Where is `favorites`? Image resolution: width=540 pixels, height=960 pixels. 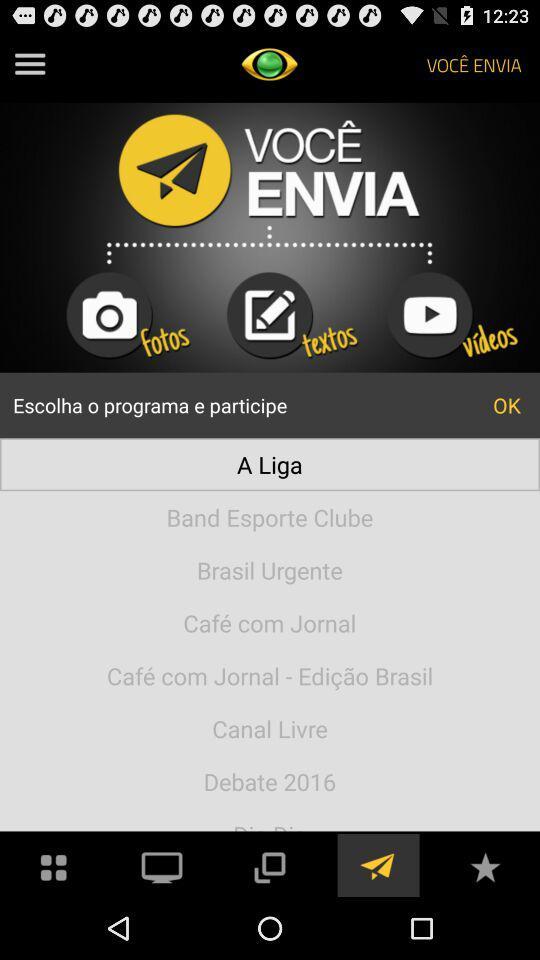
favorites is located at coordinates (484, 864).